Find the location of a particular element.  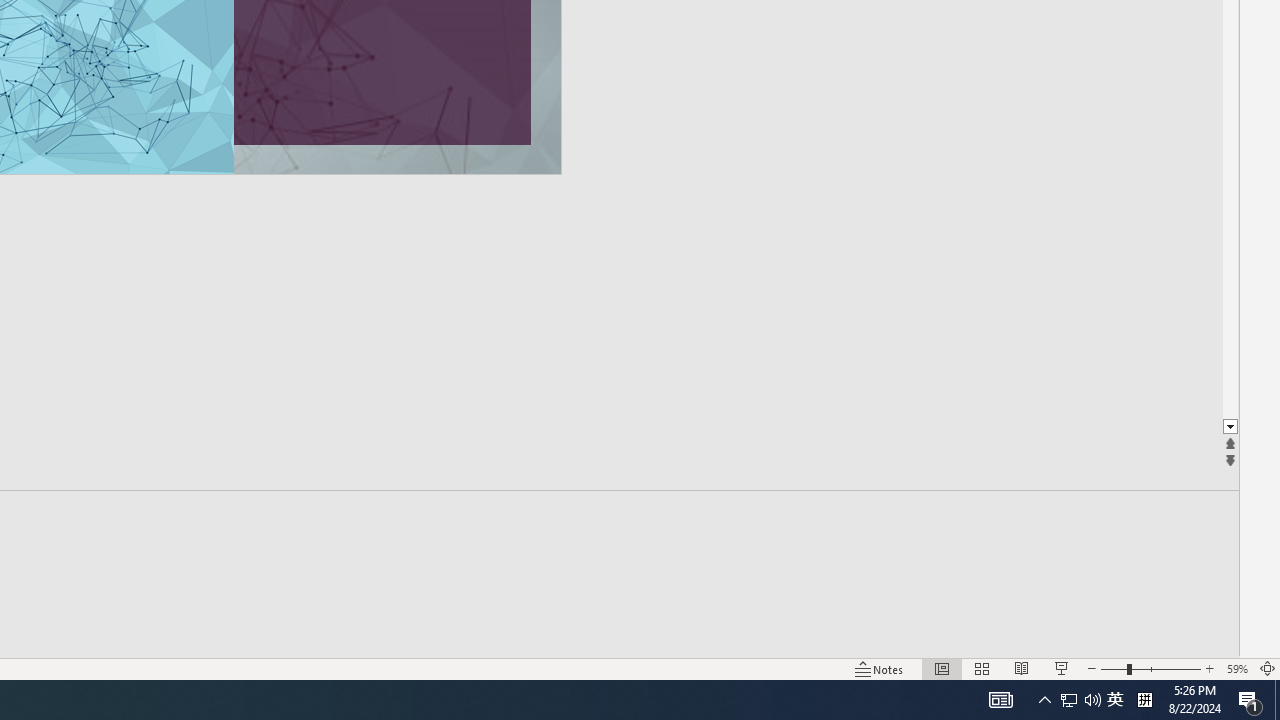

'Zoom 59%' is located at coordinates (1236, 669).